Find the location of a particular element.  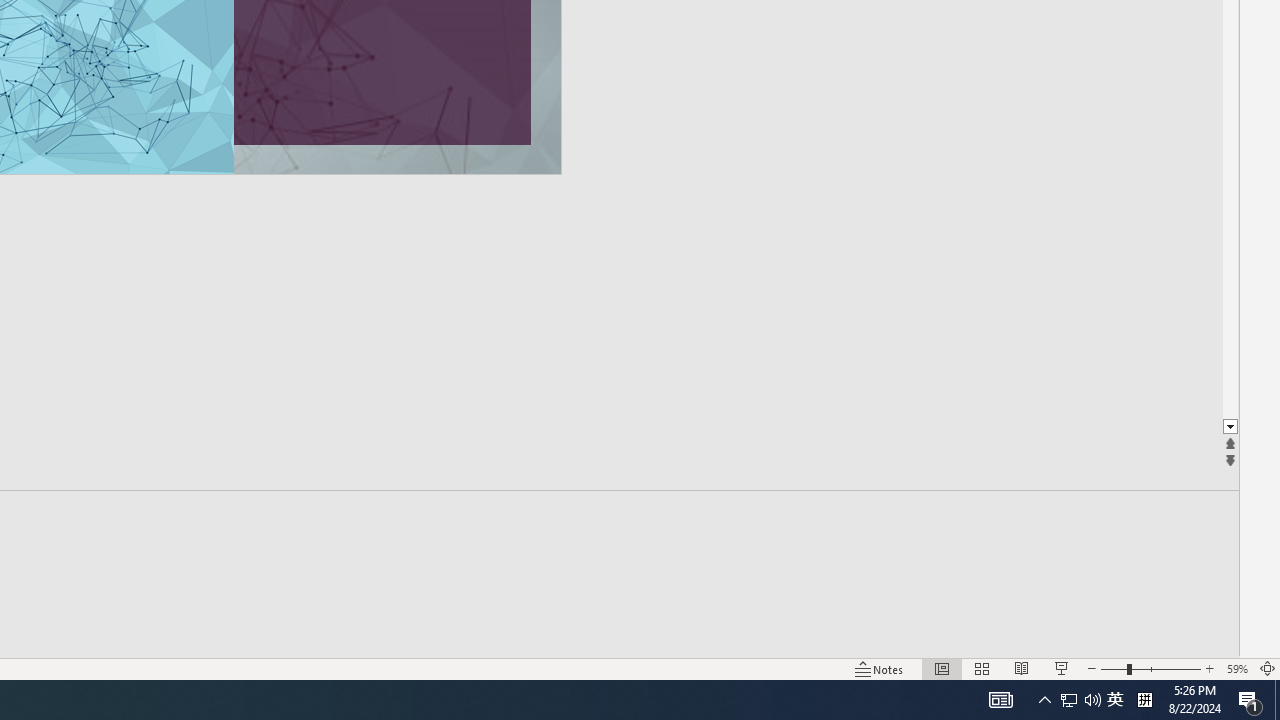

'Zoom 59%' is located at coordinates (1236, 669).